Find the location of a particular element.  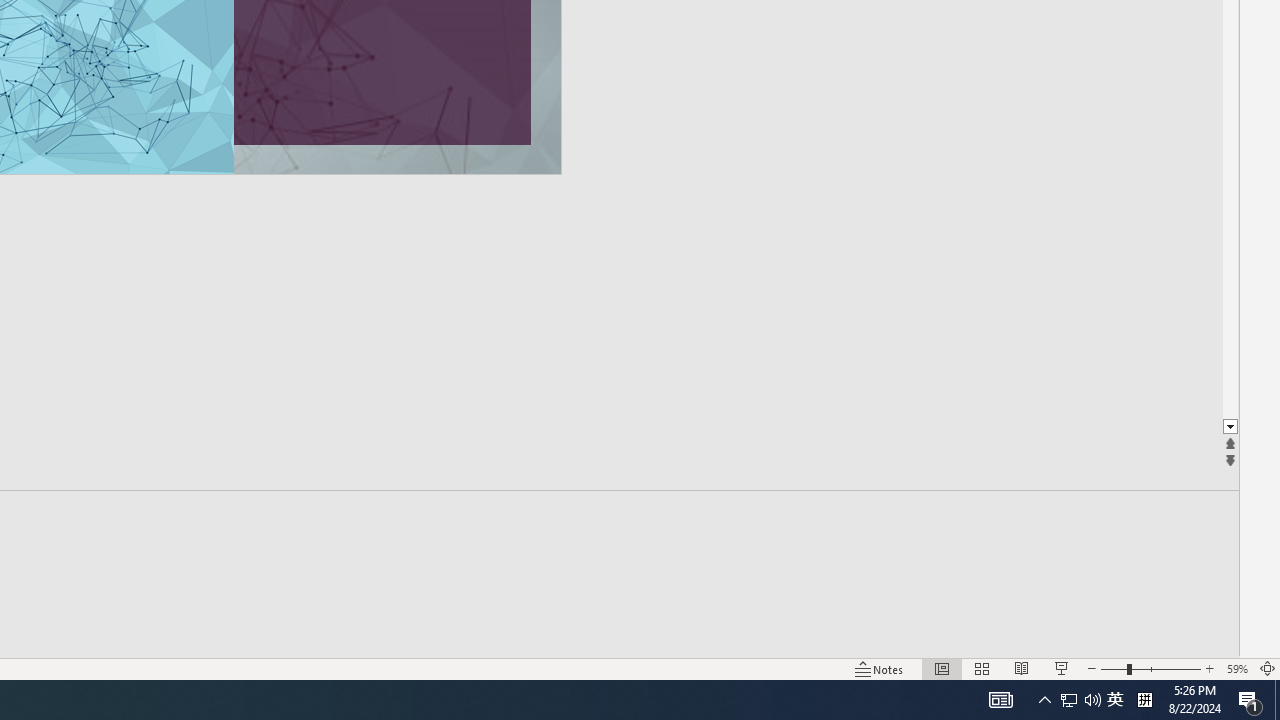

'Zoom 59%' is located at coordinates (1236, 669).